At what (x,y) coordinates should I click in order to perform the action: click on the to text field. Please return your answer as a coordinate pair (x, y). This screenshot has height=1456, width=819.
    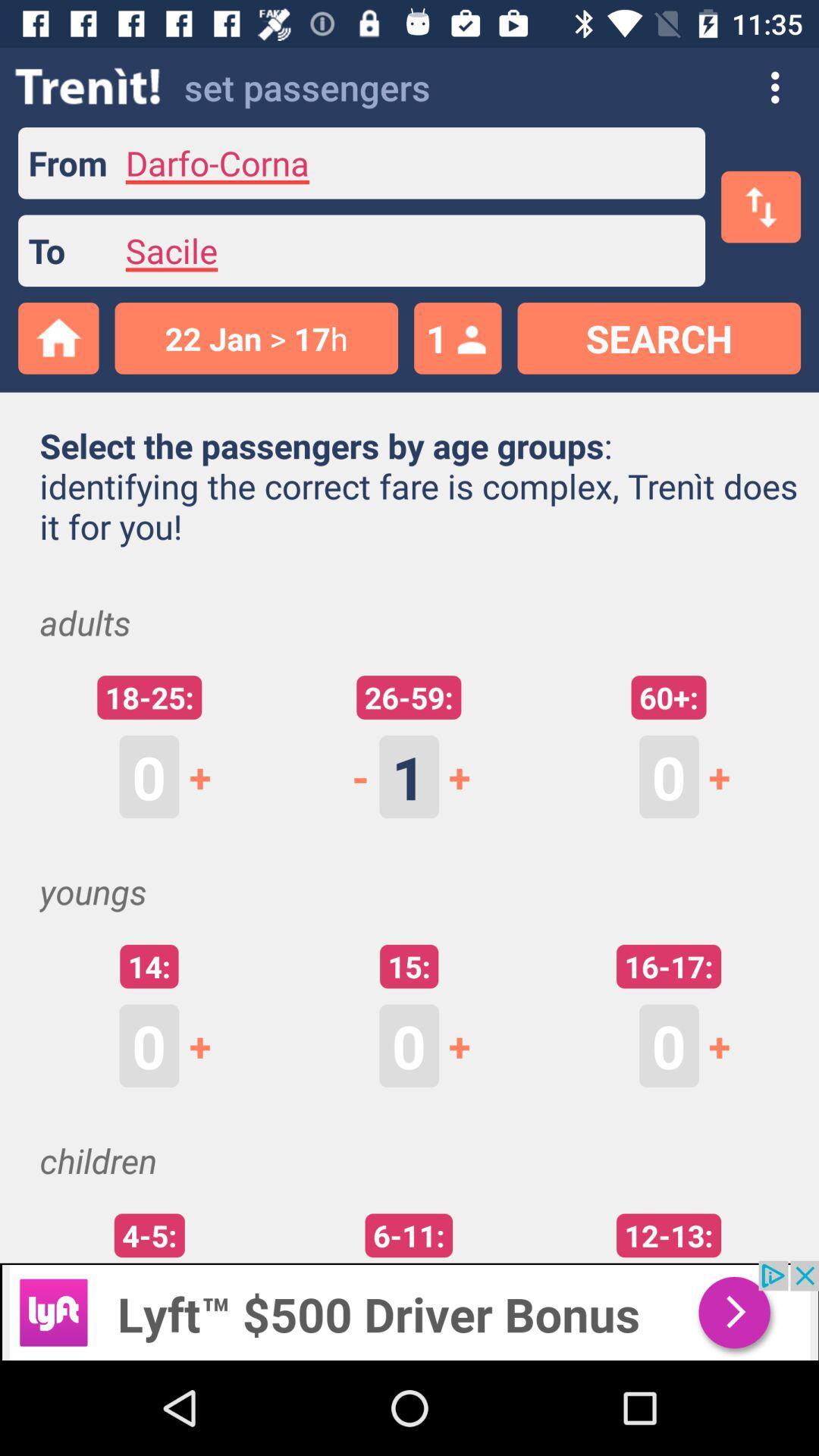
    Looking at the image, I should click on (406, 251).